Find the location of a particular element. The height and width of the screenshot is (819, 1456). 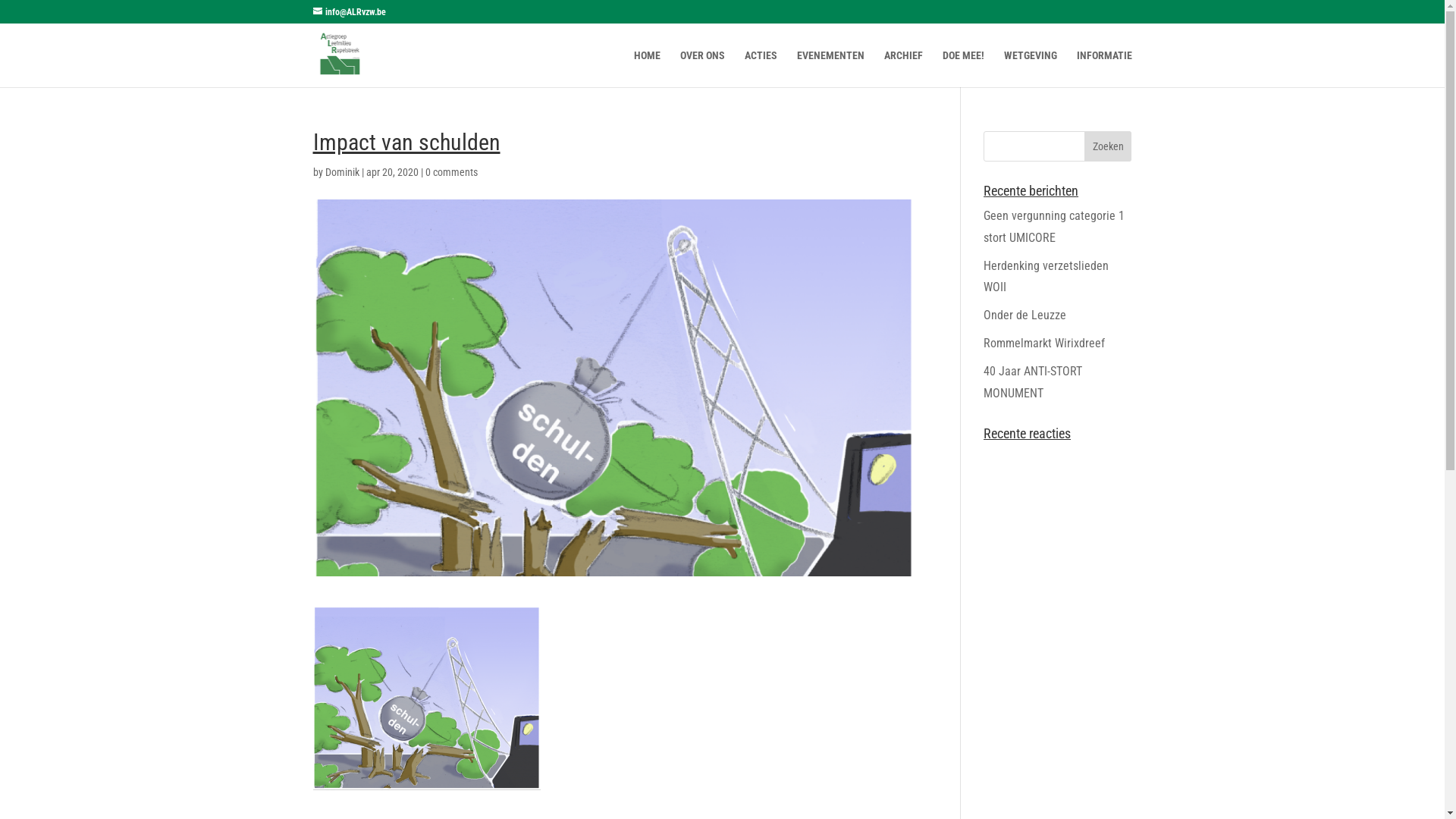

'info@ALRvzw.be' is located at coordinates (348, 11).